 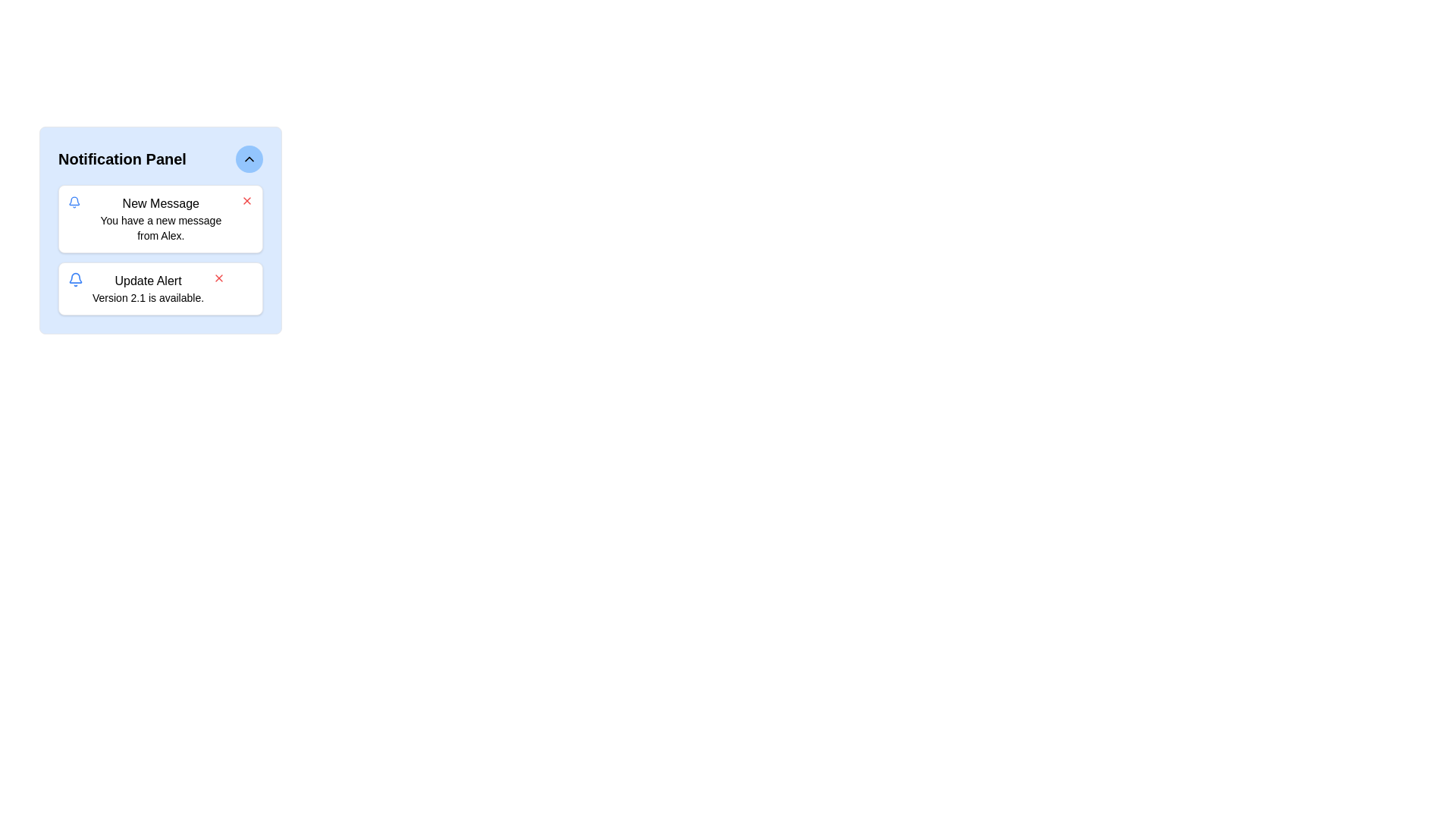 I want to click on the button in the upper right corner of the 'Update Alert' notification within the 'Notification Panel', so click(x=218, y=278).